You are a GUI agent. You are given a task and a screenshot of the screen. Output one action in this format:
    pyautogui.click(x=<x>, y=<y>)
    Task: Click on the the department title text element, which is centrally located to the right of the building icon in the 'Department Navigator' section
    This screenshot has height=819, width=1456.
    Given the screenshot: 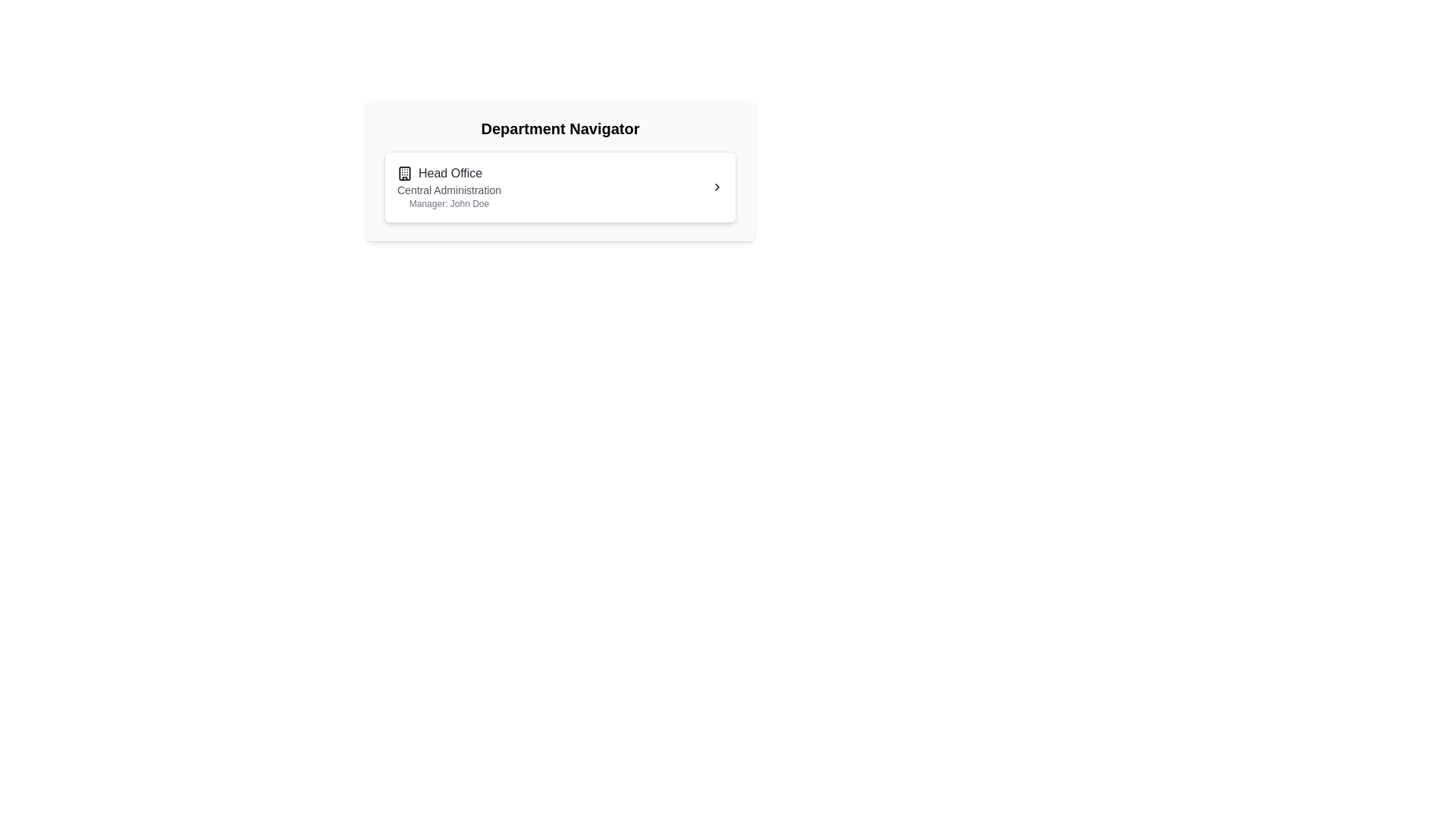 What is the action you would take?
    pyautogui.click(x=450, y=172)
    